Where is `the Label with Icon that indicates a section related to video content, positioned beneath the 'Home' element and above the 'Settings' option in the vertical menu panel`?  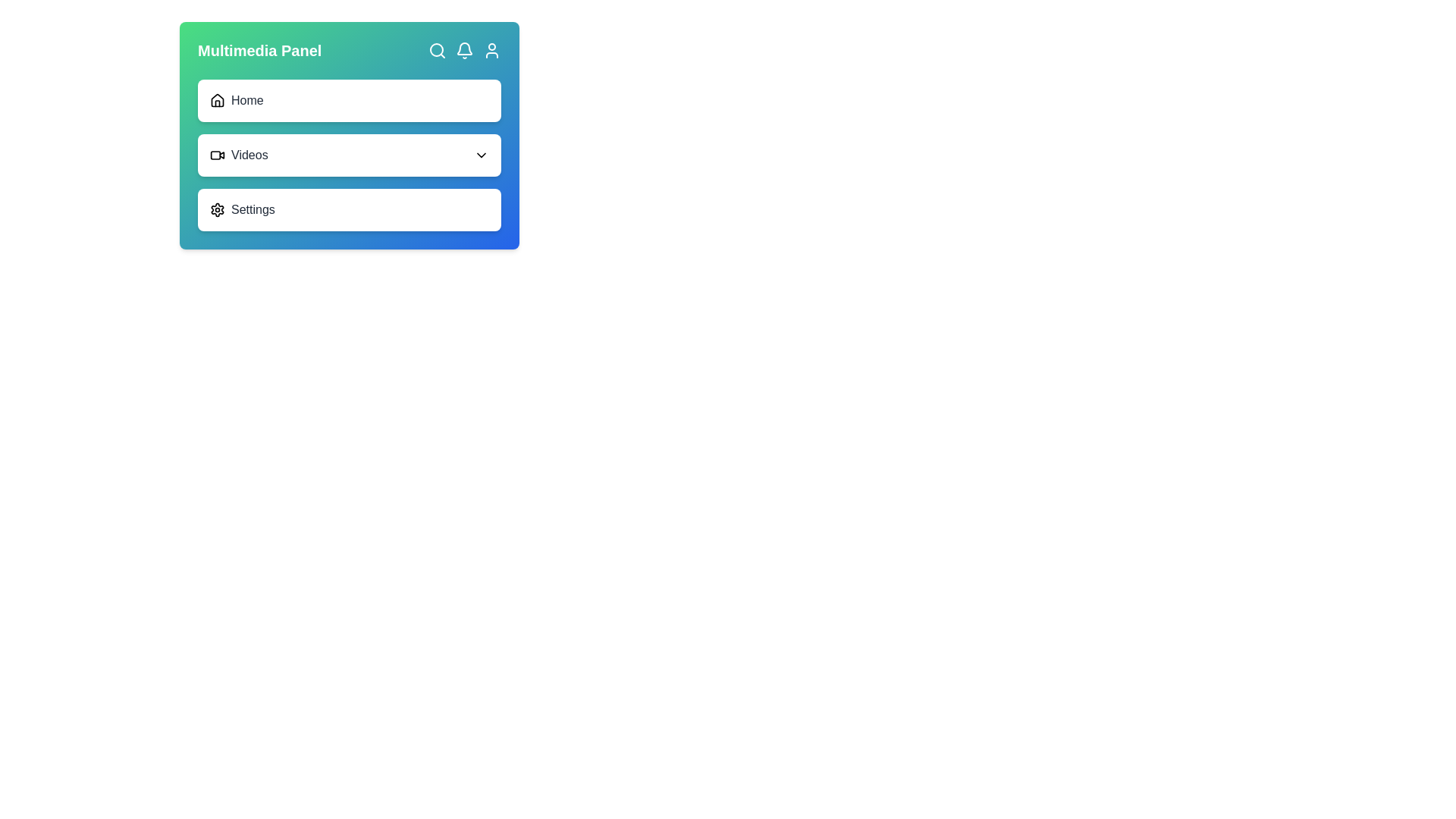 the Label with Icon that indicates a section related to video content, positioned beneath the 'Home' element and above the 'Settings' option in the vertical menu panel is located at coordinates (238, 155).